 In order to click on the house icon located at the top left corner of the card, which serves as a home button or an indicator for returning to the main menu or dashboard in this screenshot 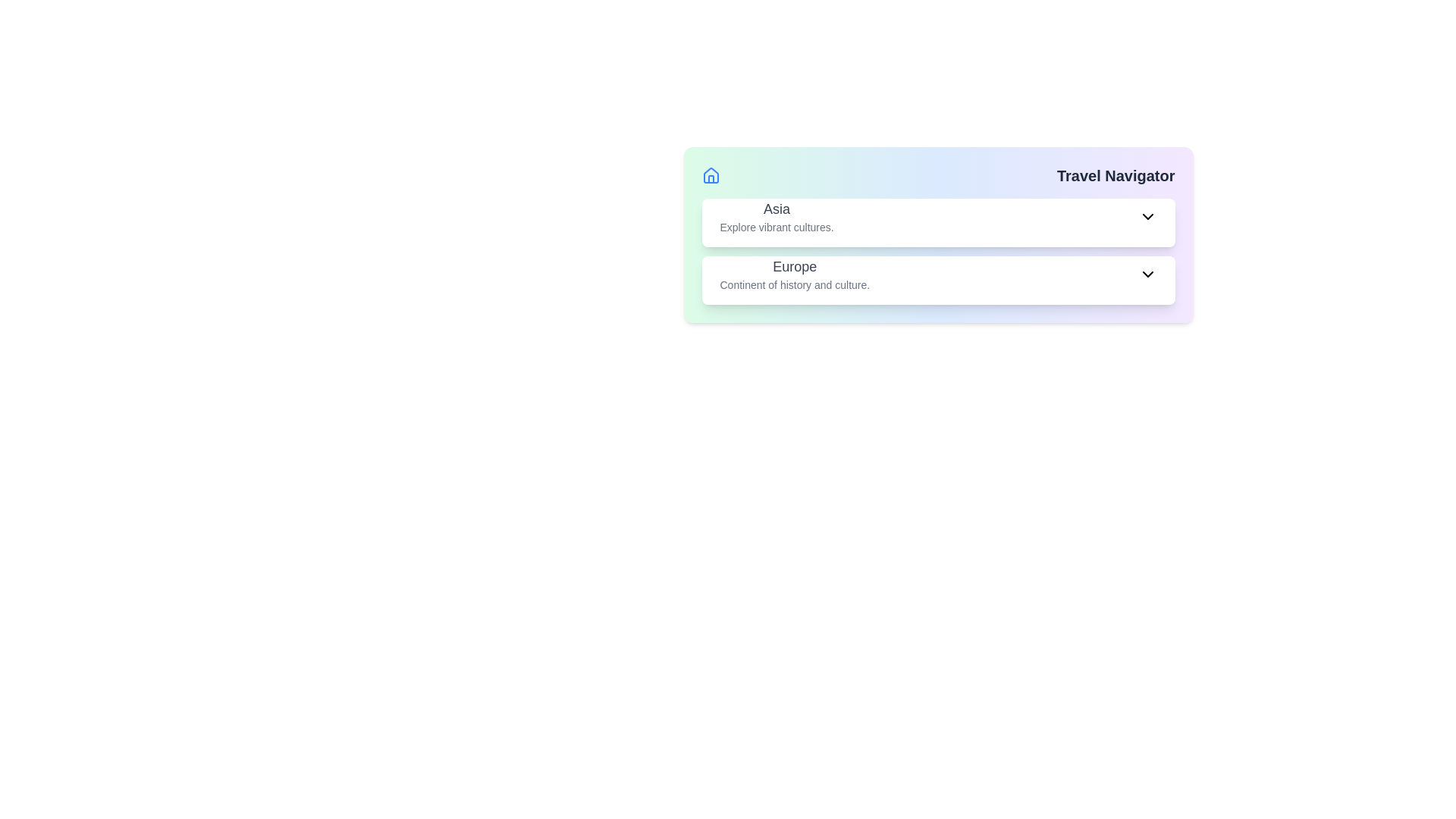, I will do `click(710, 178)`.